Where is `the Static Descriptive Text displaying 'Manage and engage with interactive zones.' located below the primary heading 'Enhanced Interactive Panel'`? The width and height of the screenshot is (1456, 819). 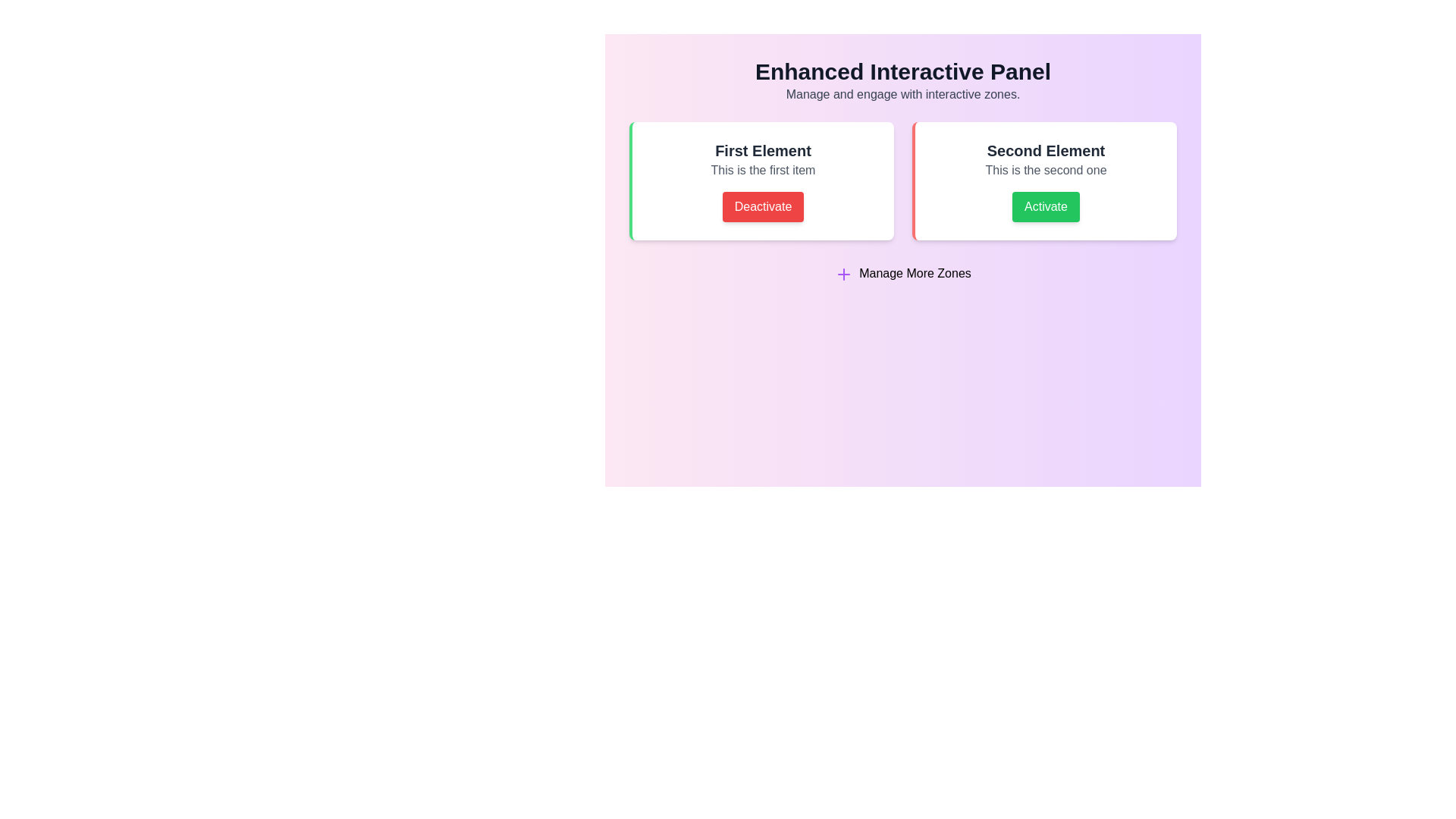 the Static Descriptive Text displaying 'Manage and engage with interactive zones.' located below the primary heading 'Enhanced Interactive Panel' is located at coordinates (902, 94).